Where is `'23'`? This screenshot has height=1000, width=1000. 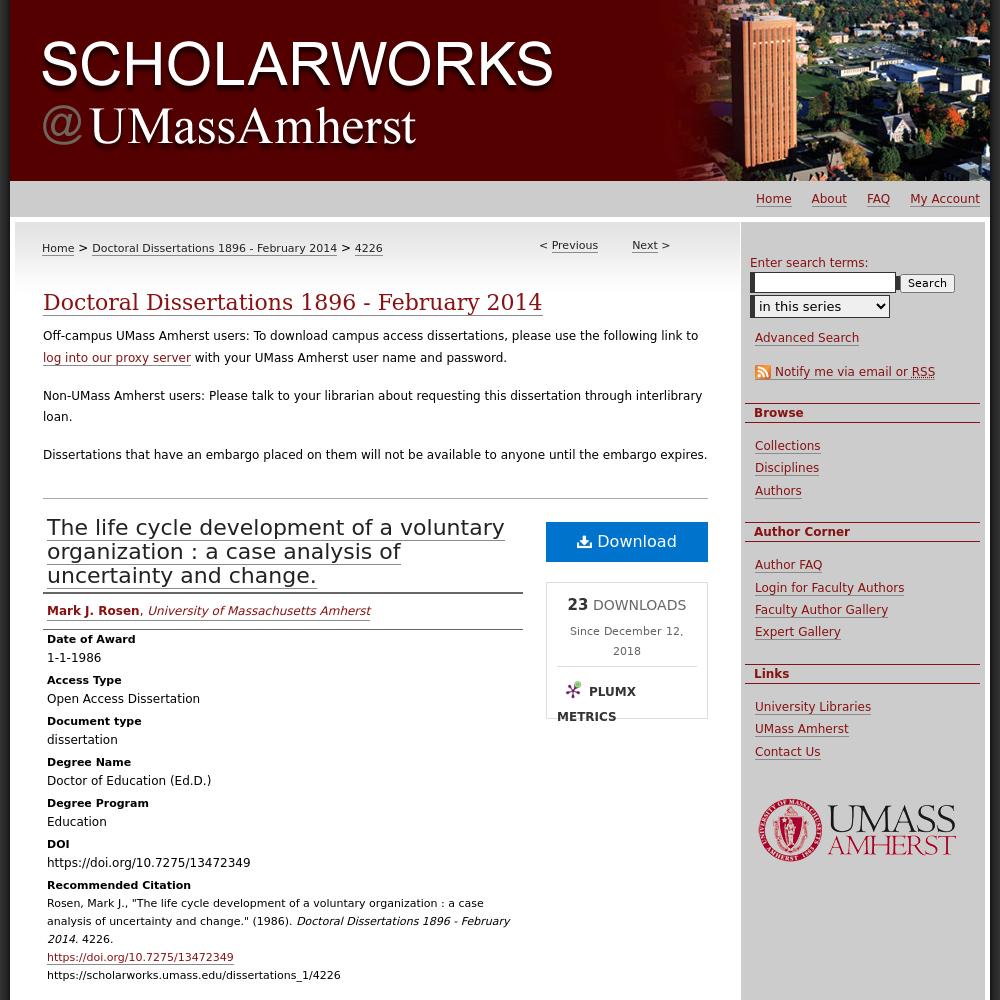
'23' is located at coordinates (566, 604).